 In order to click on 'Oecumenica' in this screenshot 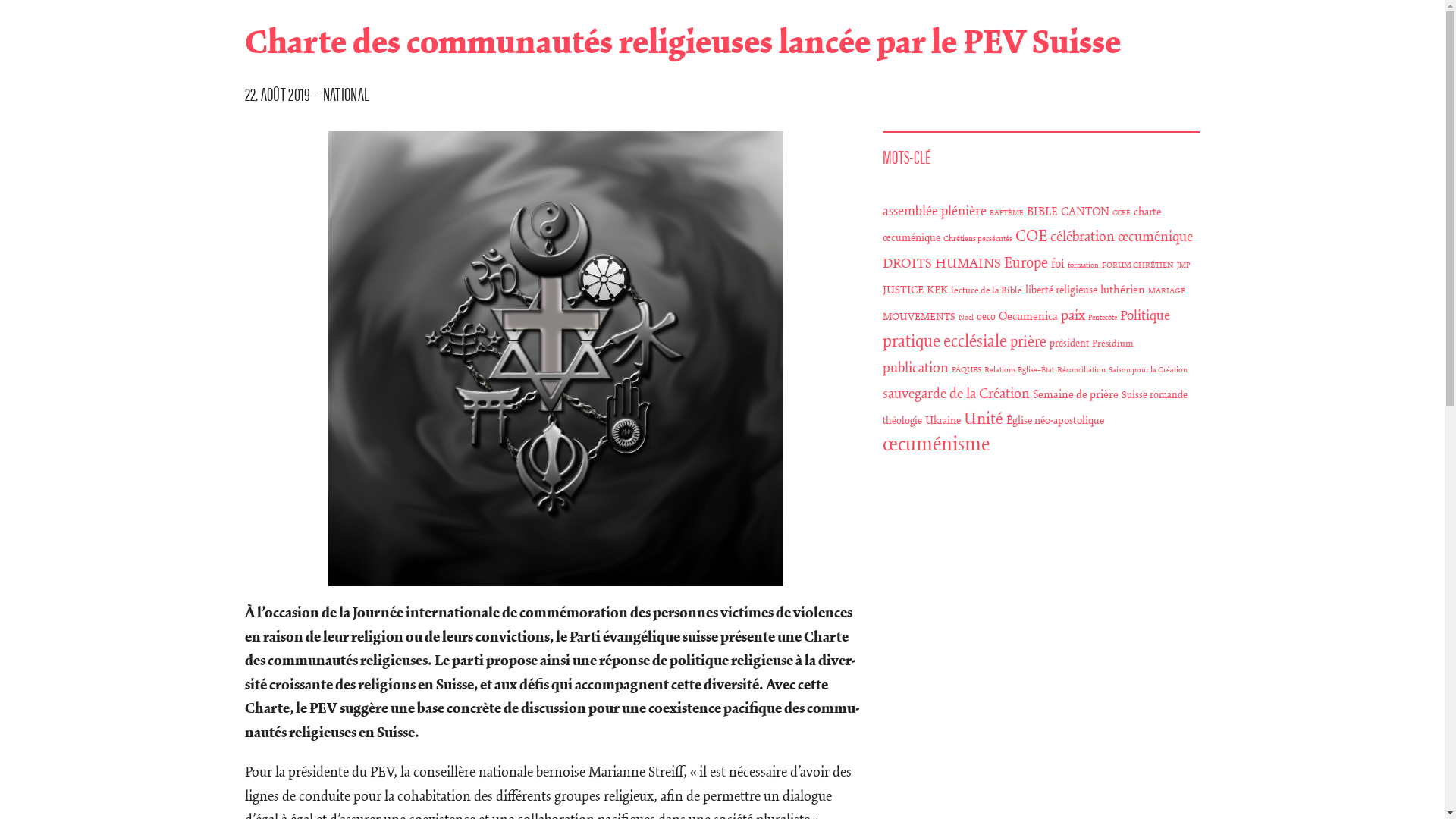, I will do `click(1028, 315)`.